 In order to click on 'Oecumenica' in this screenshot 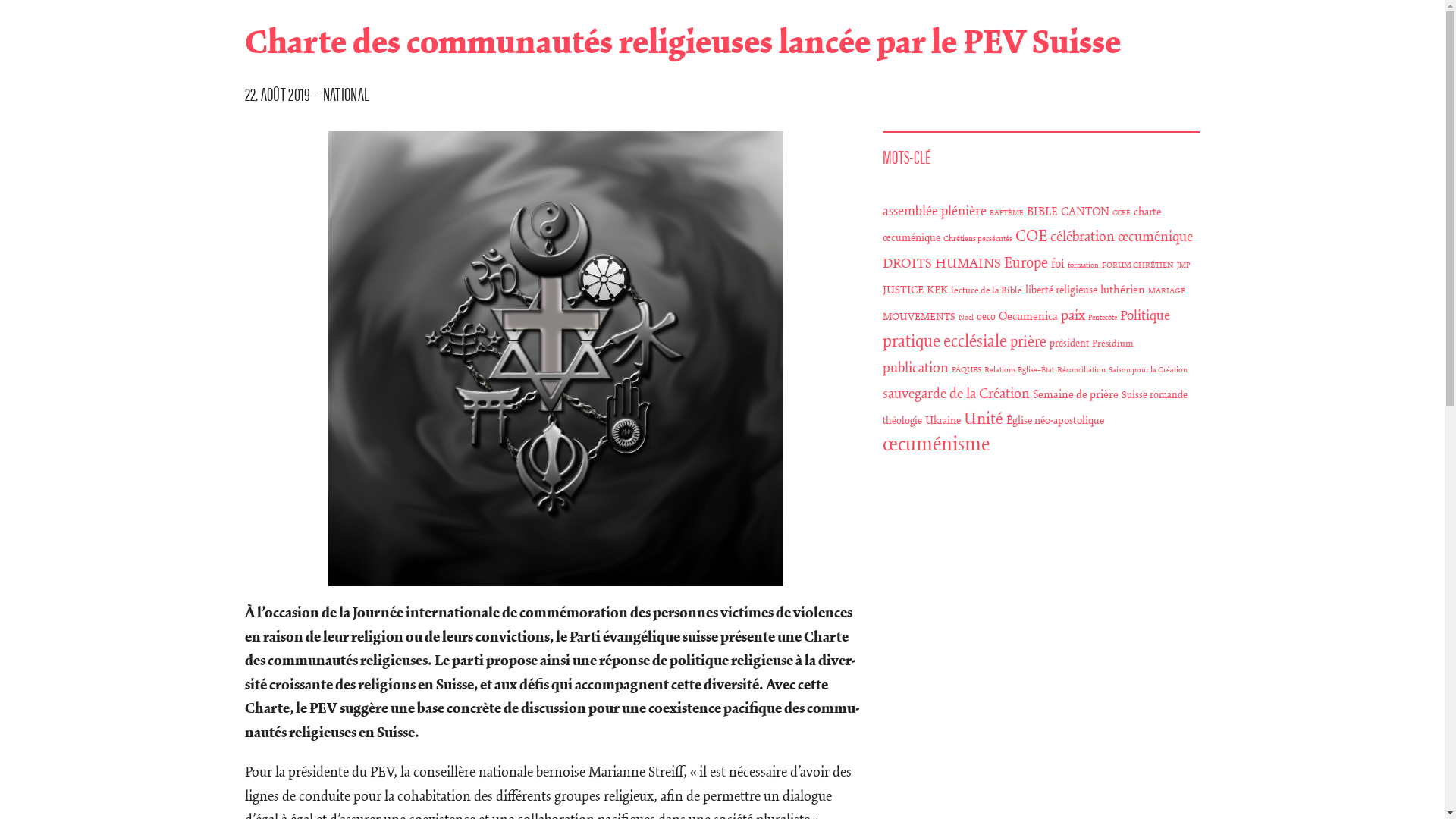, I will do `click(1028, 315)`.